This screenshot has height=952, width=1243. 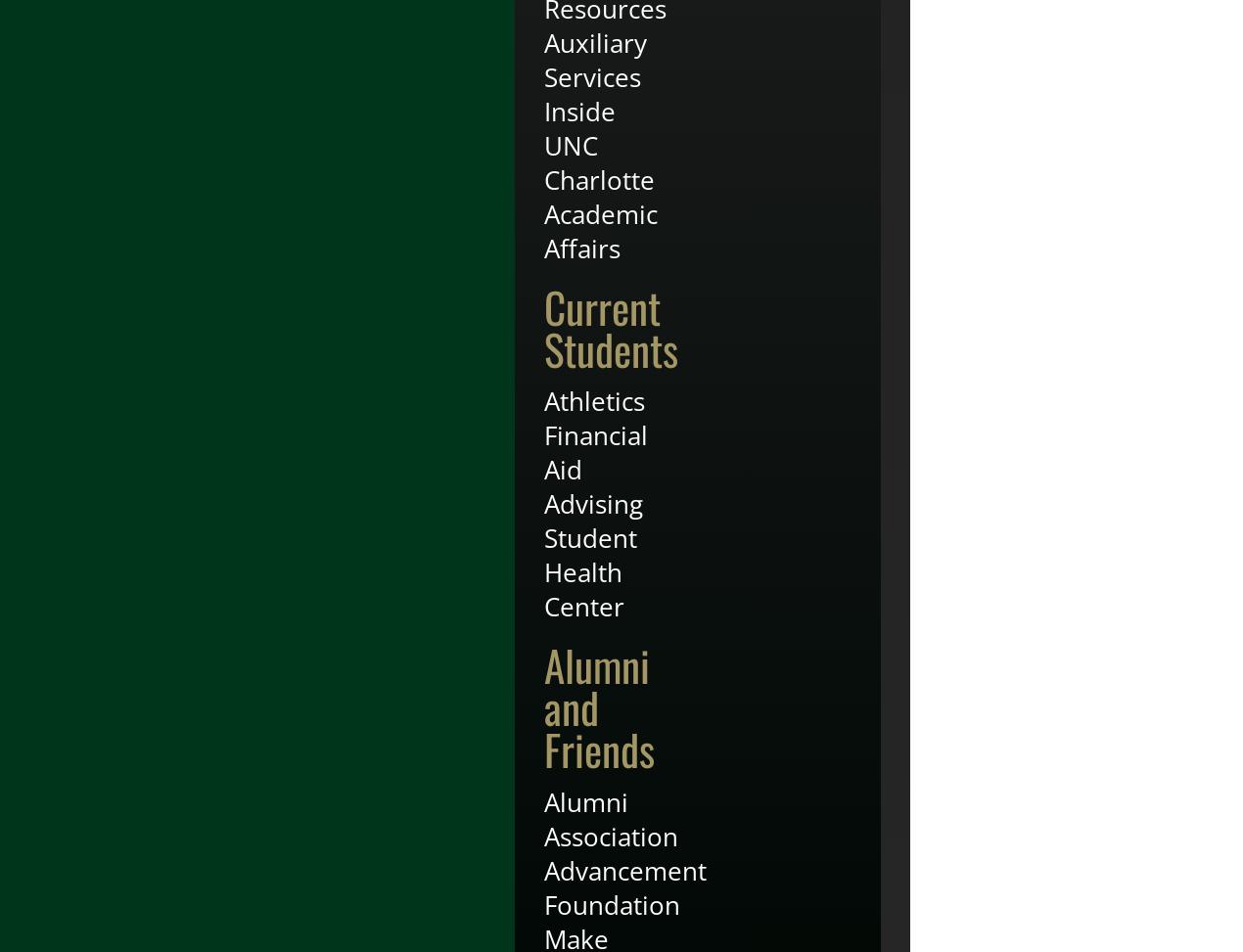 What do you see at coordinates (599, 705) in the screenshot?
I see `'Alumni and Friends'` at bounding box center [599, 705].